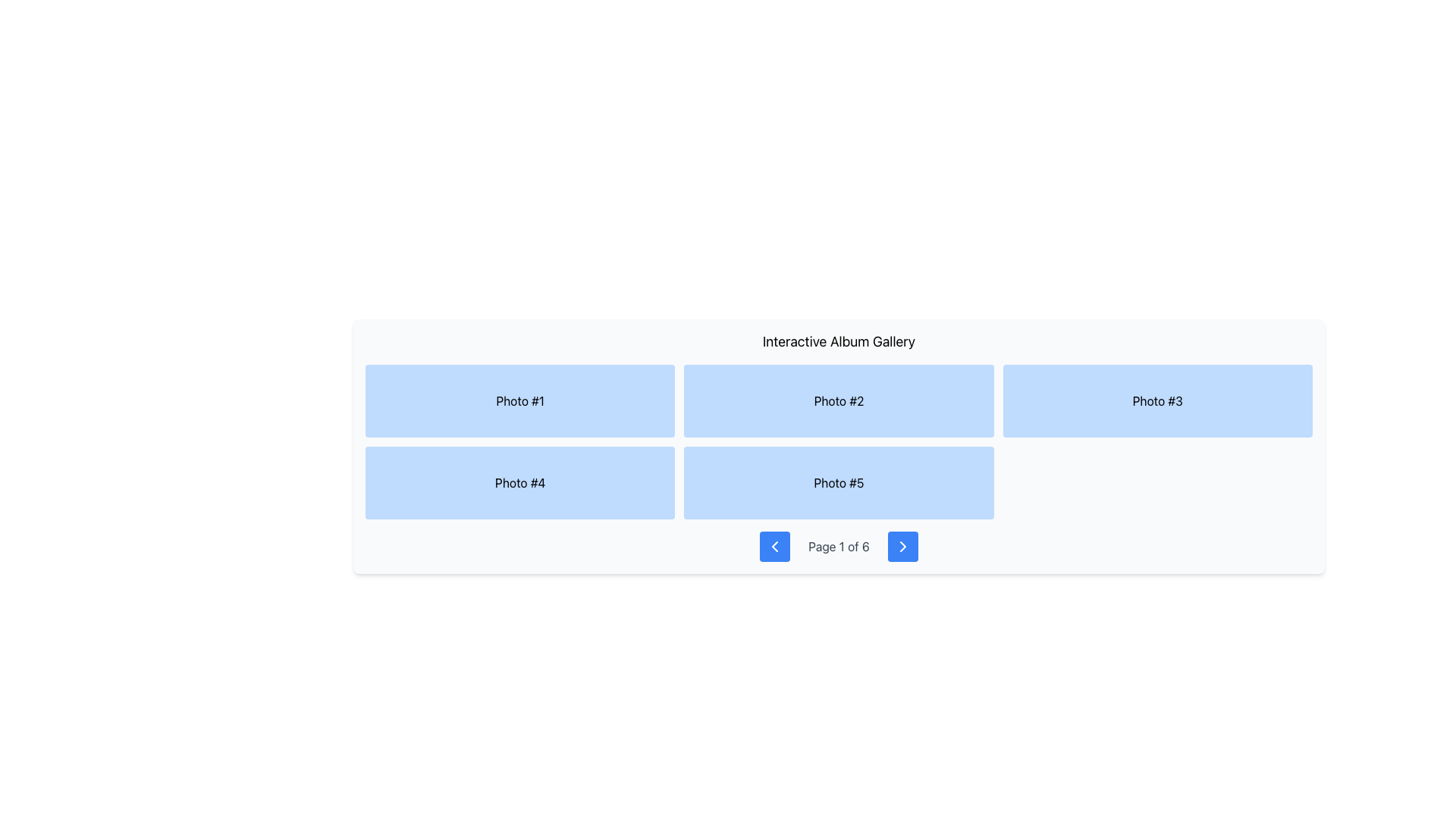 Image resolution: width=1456 pixels, height=819 pixels. I want to click on the next page button in the pagination controls at the bottom center of the interface, so click(902, 547).